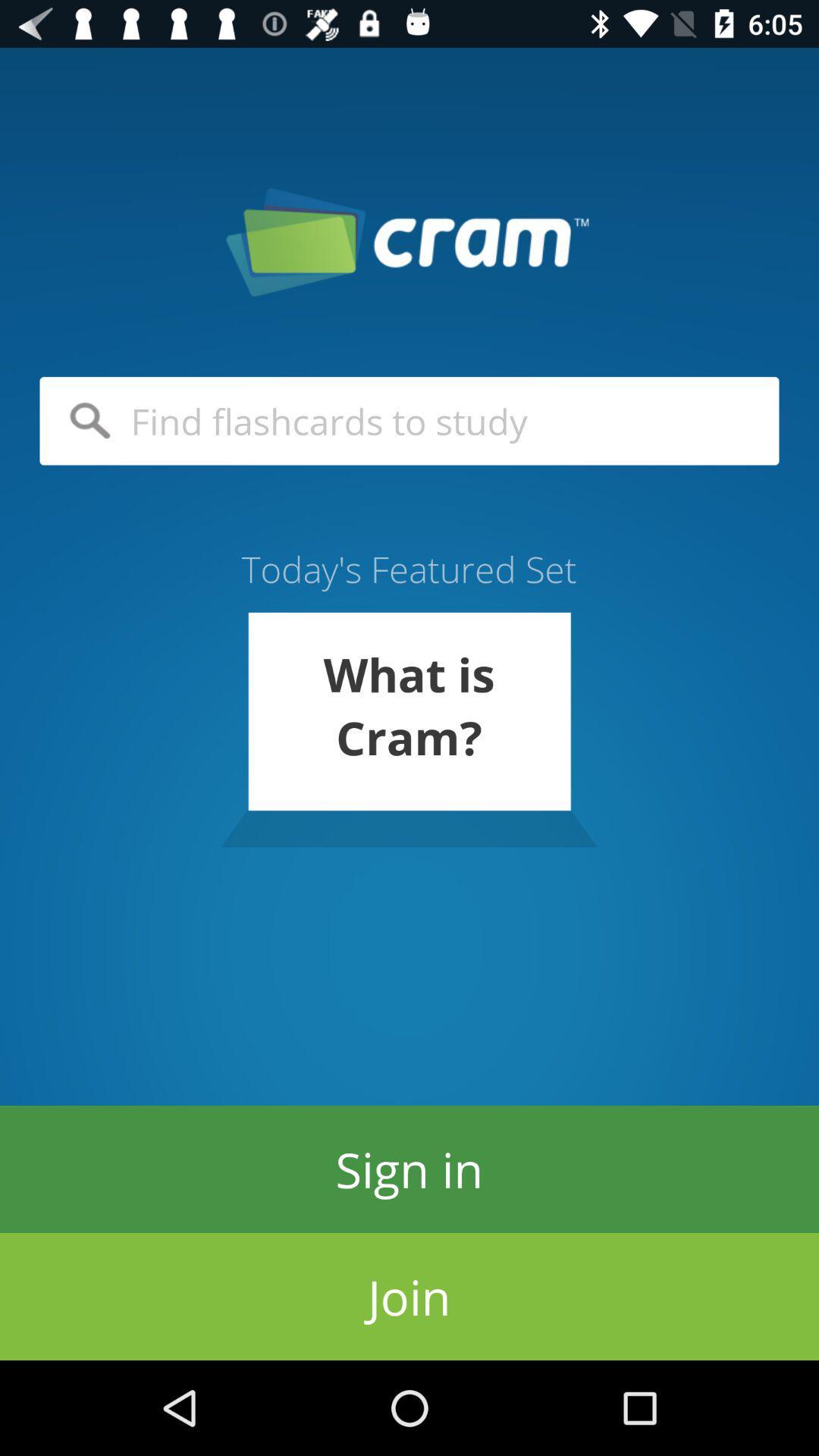 The height and width of the screenshot is (1456, 819). What do you see at coordinates (409, 1168) in the screenshot?
I see `item above join` at bounding box center [409, 1168].